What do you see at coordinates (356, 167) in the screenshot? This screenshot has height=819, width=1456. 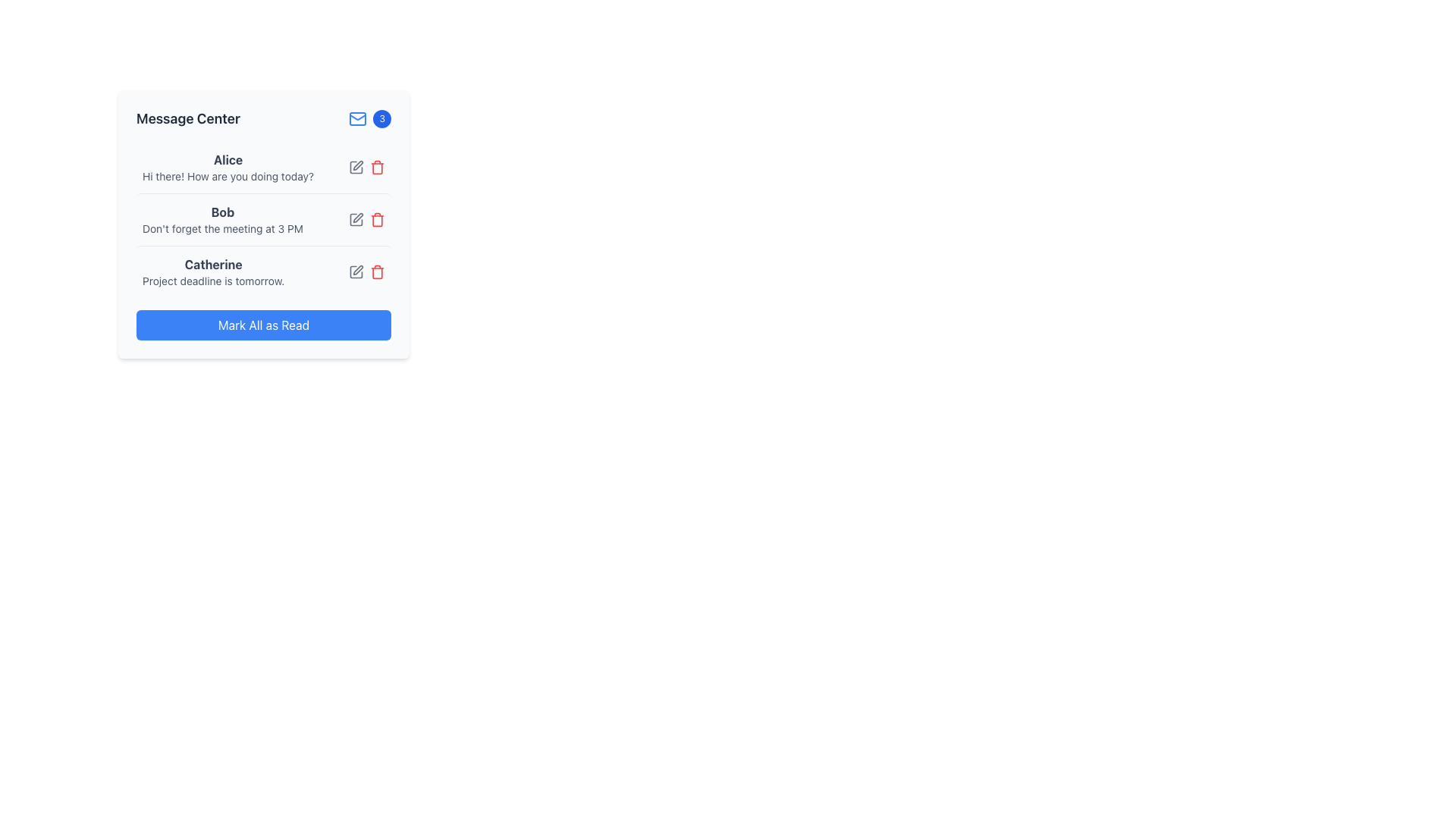 I see `the gray pen icon representing the edit action located to the right of Alice's message` at bounding box center [356, 167].